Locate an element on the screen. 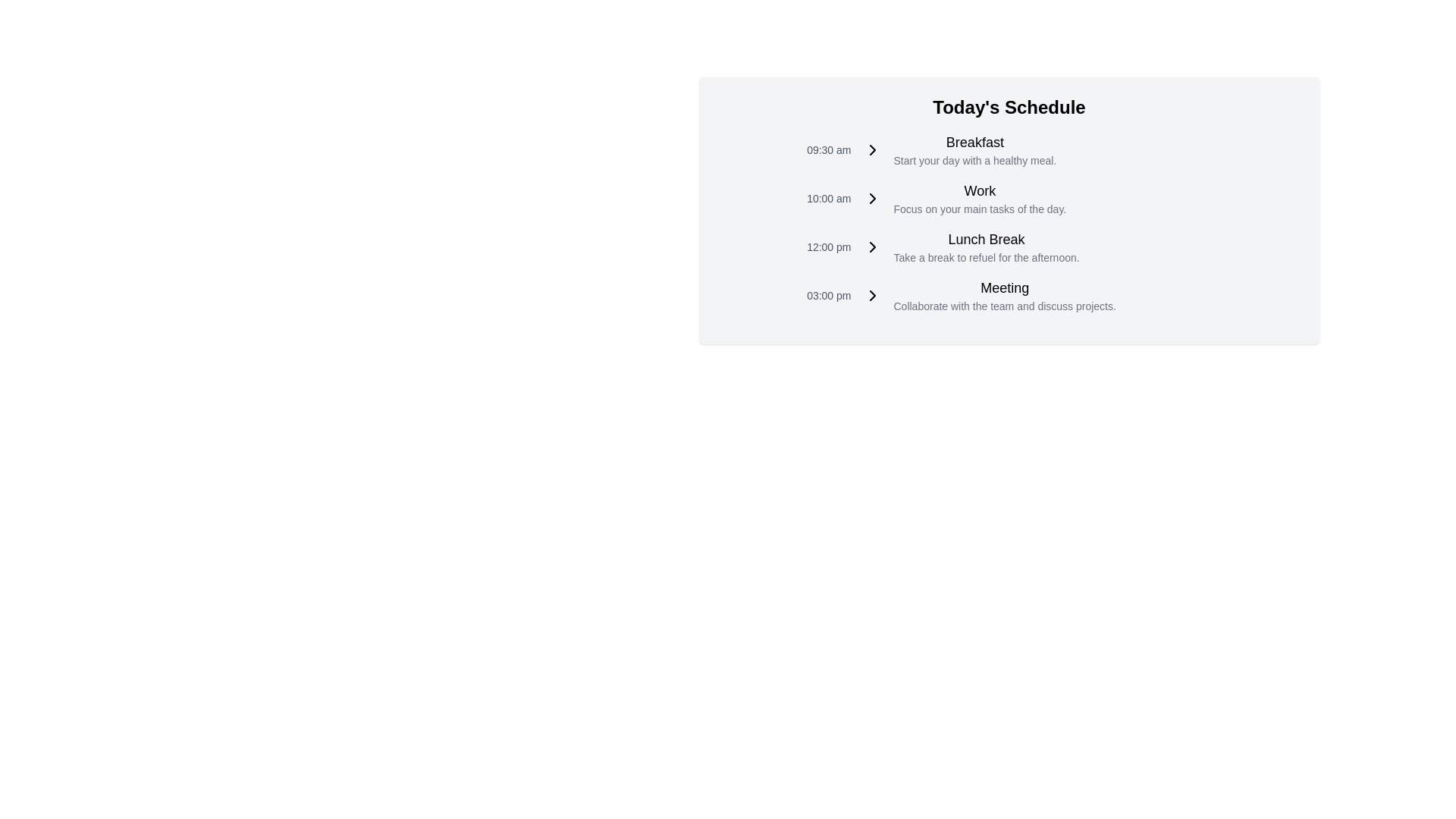 This screenshot has height=819, width=1456. the first entry in the 'Today's Schedule' section, which details a specific time, activity, and further description is located at coordinates (1009, 149).